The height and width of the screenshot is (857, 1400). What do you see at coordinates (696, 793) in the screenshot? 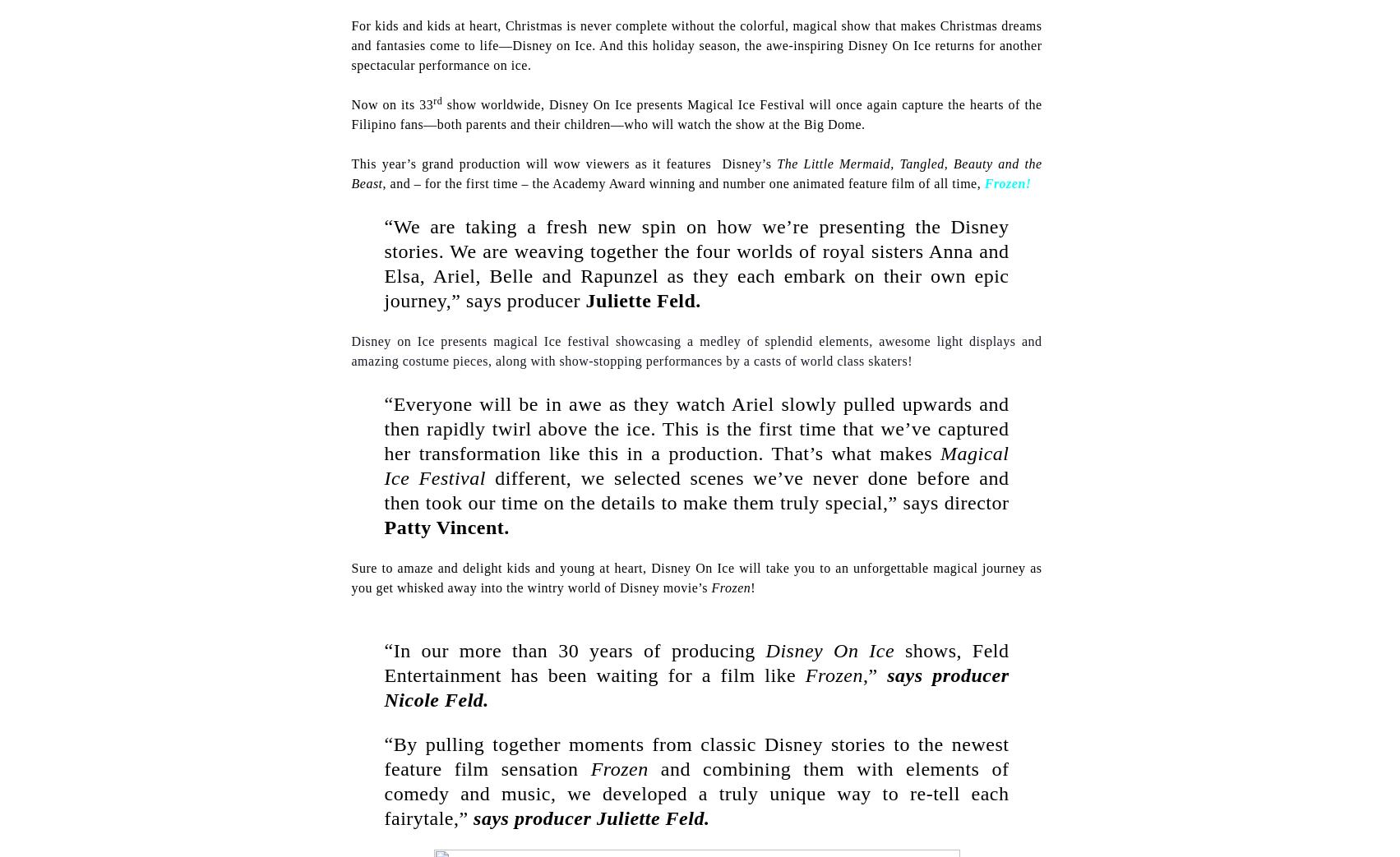
I see `'and combining them with elements of comedy and music, we developed a truly unique way to re-tell each fairytale,”'` at bounding box center [696, 793].